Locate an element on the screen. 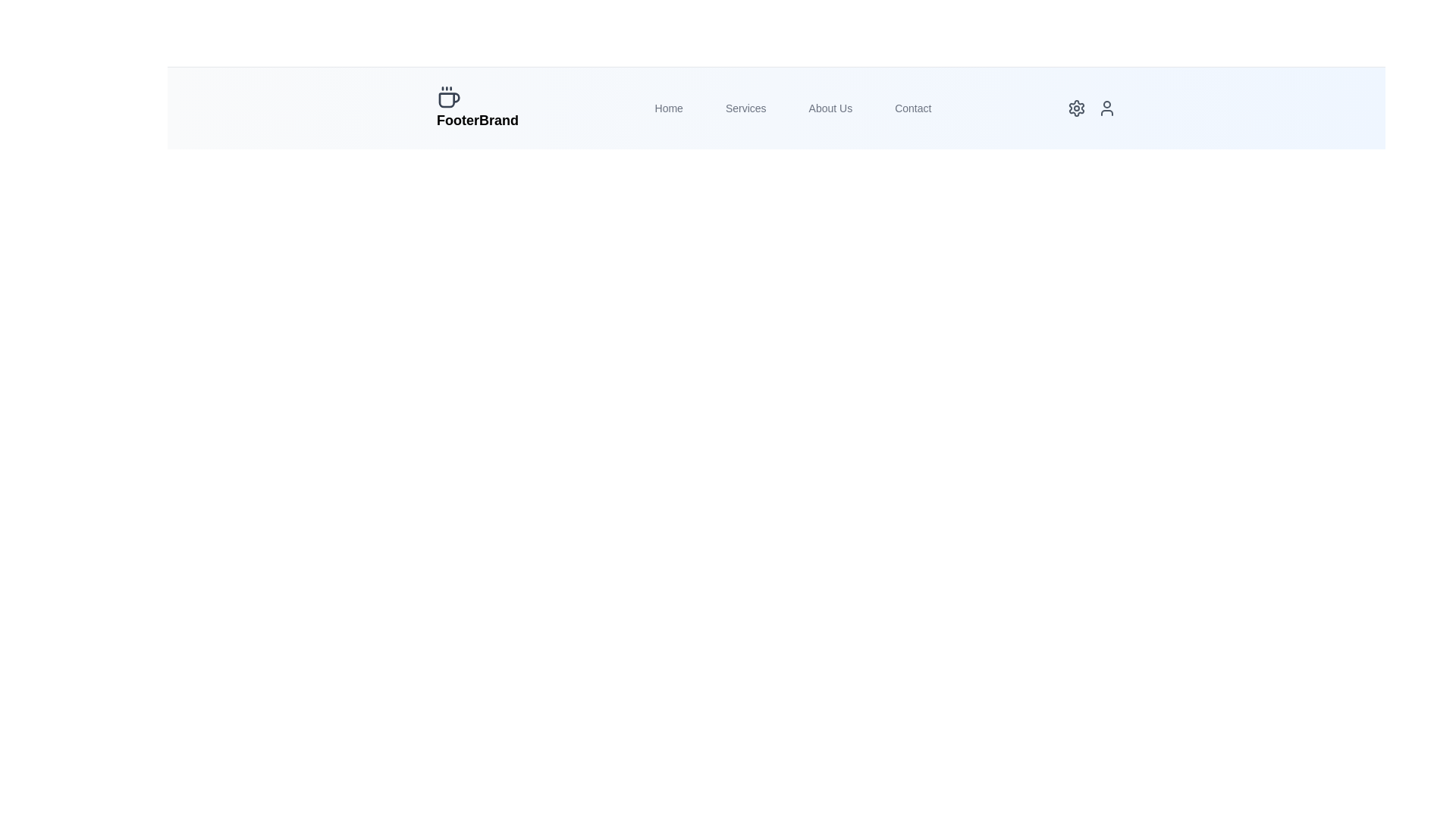 Image resolution: width=1456 pixels, height=819 pixels. the settings icon is located at coordinates (1076, 107).